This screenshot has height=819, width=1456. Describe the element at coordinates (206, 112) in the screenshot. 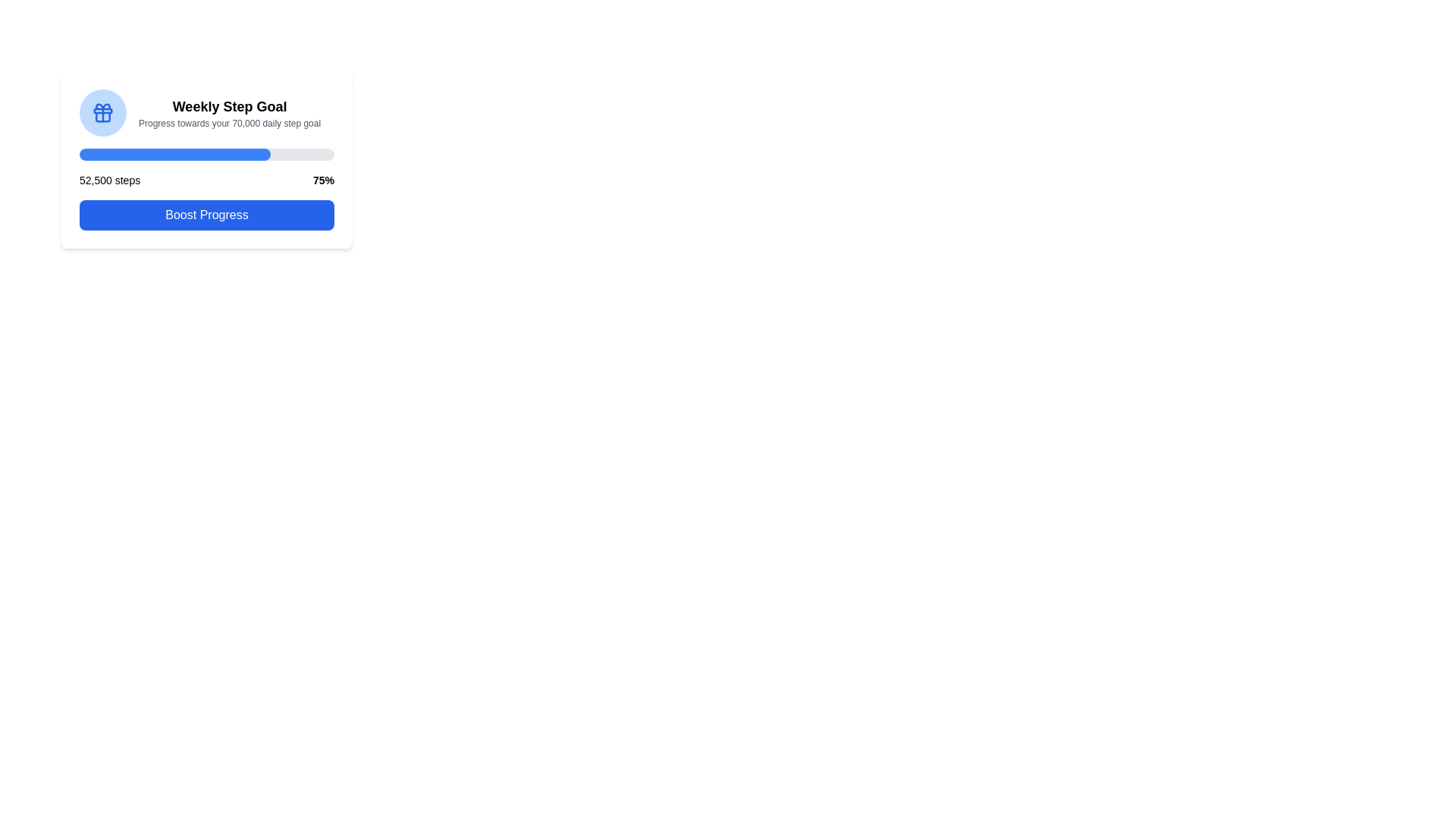

I see `the Textual Information Block that displays the header and description for tracking the weekly step goal, located at the top section of the card` at that location.